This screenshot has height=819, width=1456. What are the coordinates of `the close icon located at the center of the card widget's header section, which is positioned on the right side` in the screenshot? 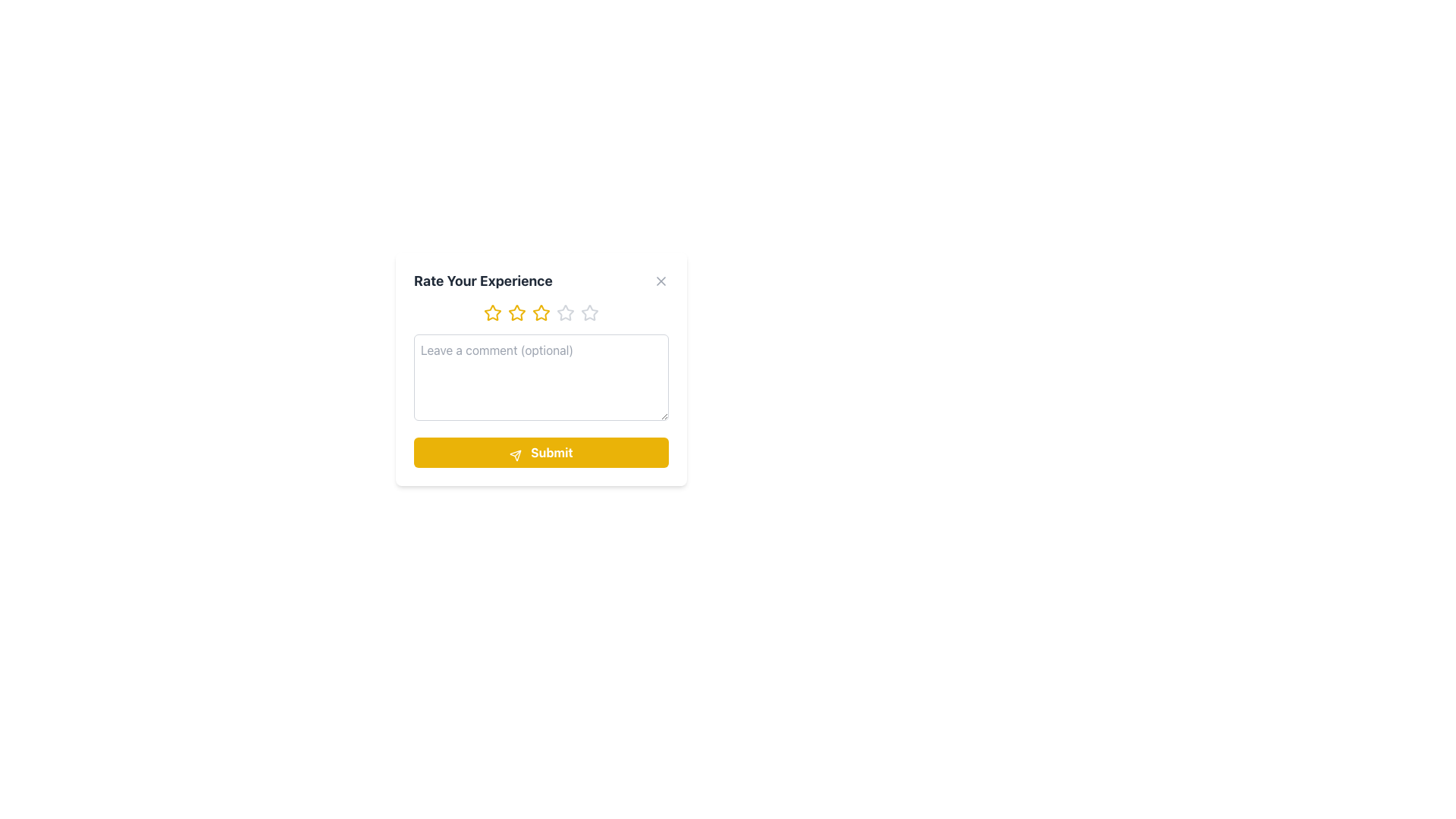 It's located at (661, 281).